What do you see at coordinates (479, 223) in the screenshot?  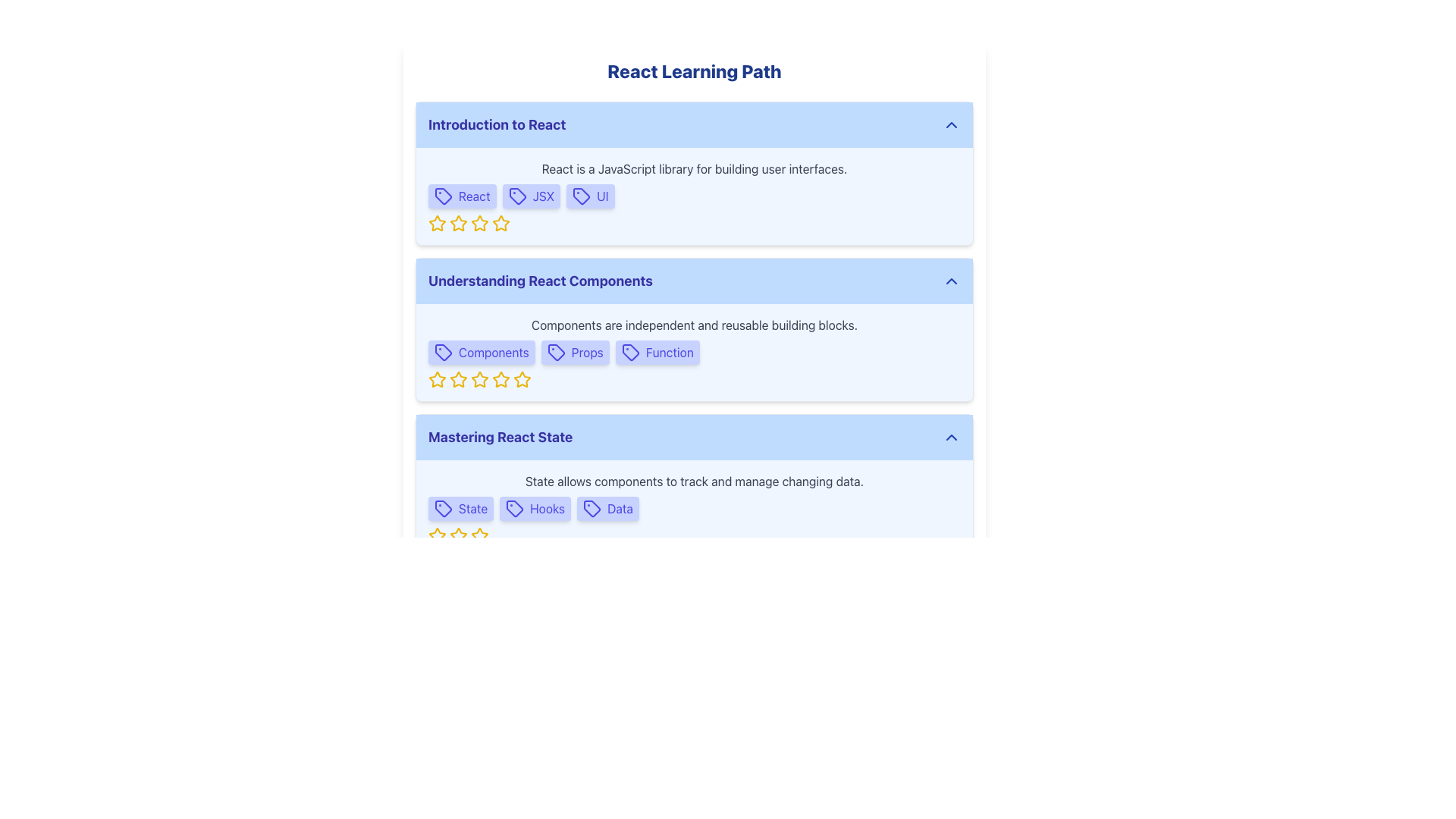 I see `the fifth star icon in the row of rating stars located beneath the 'Introduction to React' section` at bounding box center [479, 223].